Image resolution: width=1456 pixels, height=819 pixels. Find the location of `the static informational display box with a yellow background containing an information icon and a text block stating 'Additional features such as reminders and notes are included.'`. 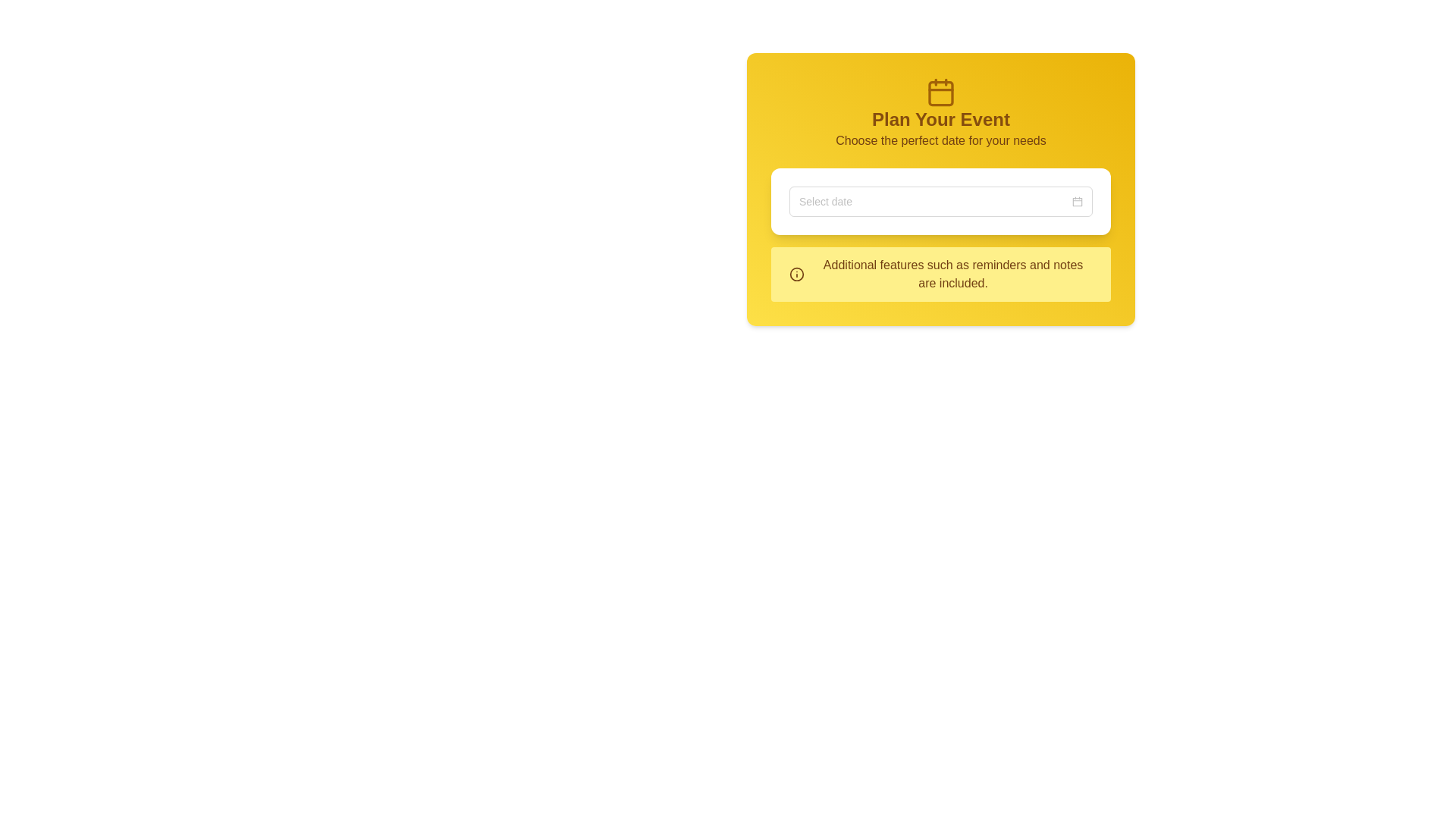

the static informational display box with a yellow background containing an information icon and a text block stating 'Additional features such as reminders and notes are included.' is located at coordinates (940, 275).